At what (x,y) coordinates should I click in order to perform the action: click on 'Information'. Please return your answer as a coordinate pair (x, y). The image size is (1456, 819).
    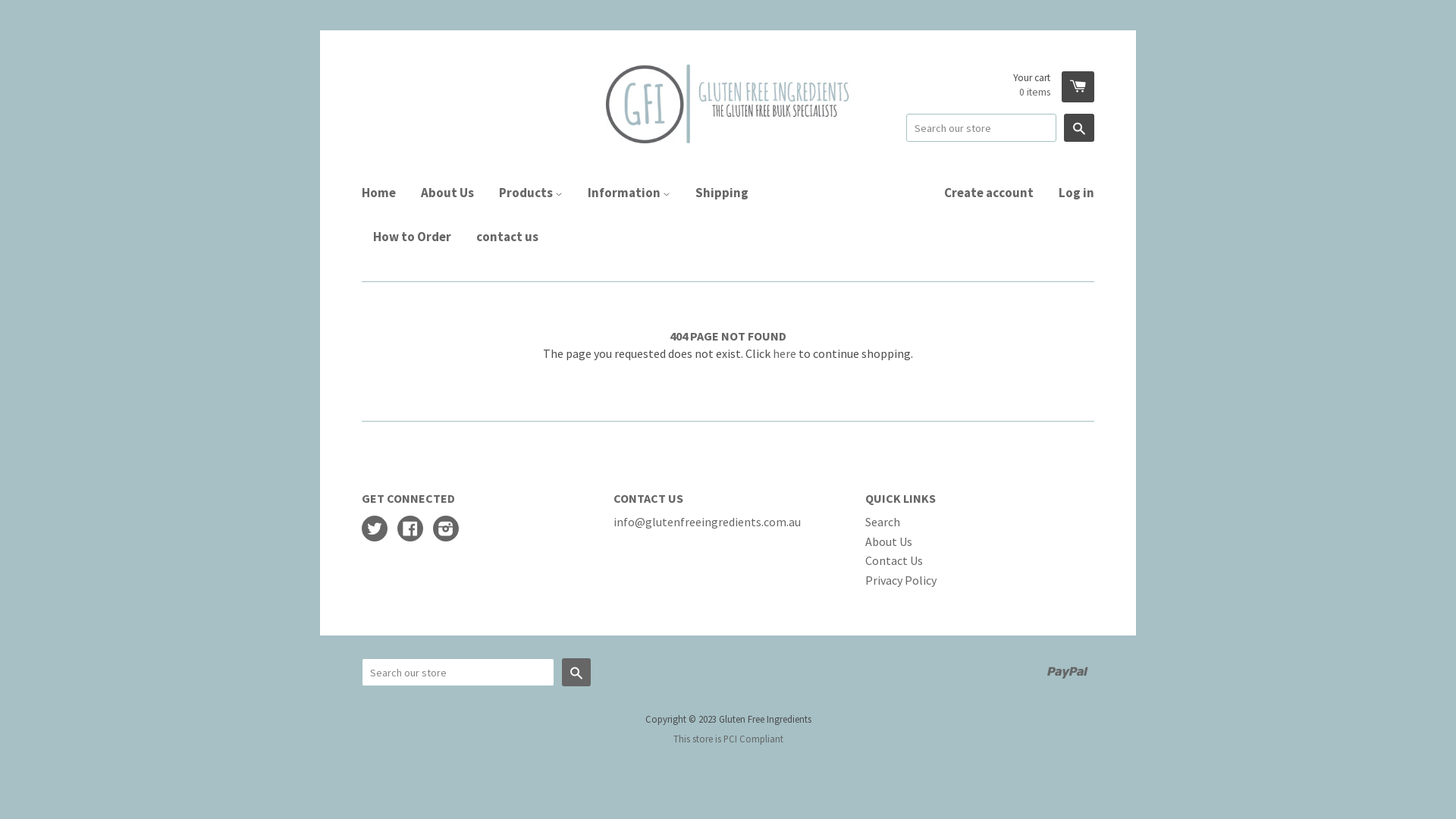
    Looking at the image, I should click on (629, 192).